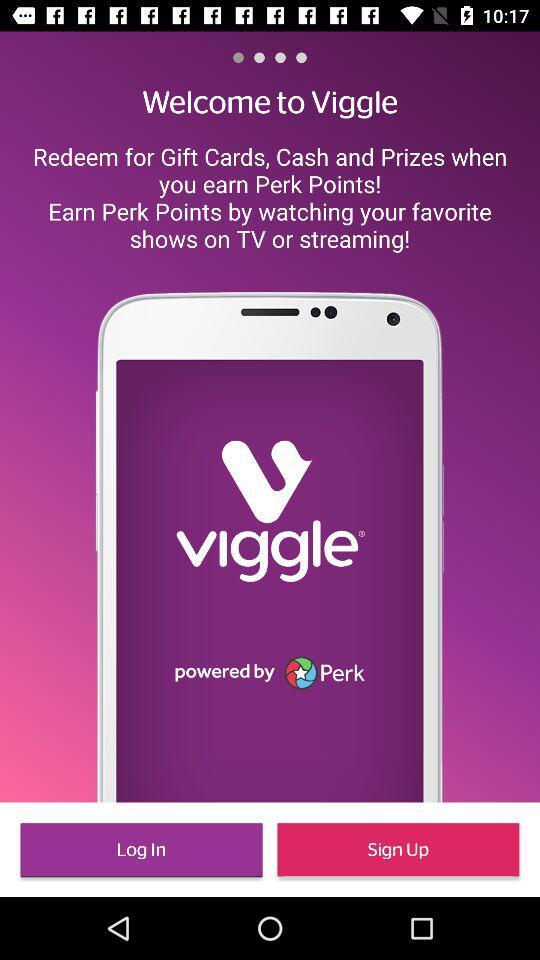  I want to click on icon next to sign up item, so click(140, 848).